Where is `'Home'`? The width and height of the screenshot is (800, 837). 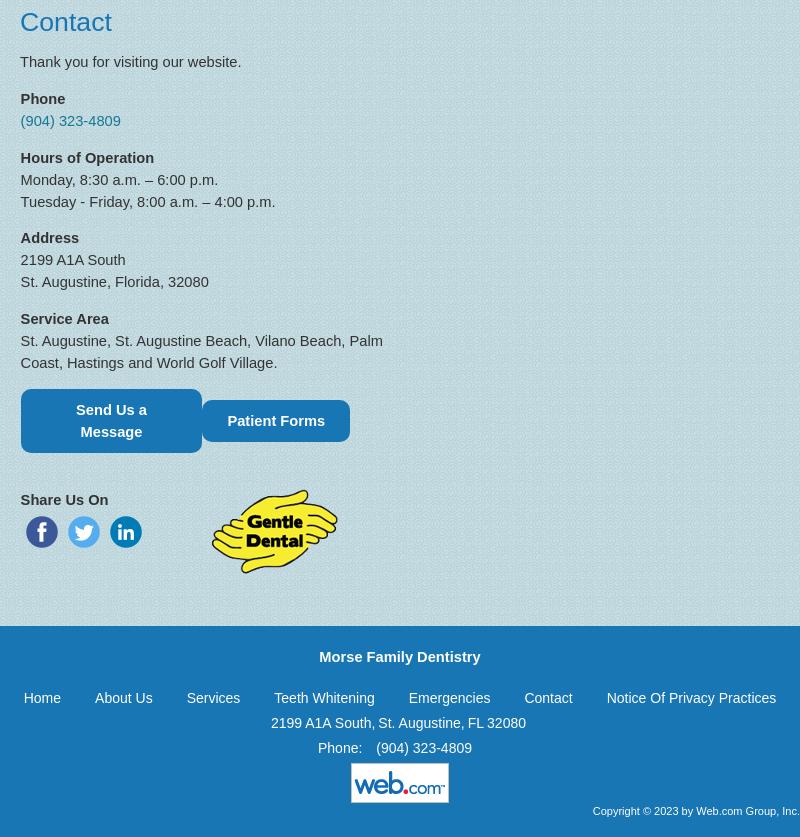 'Home' is located at coordinates (41, 696).